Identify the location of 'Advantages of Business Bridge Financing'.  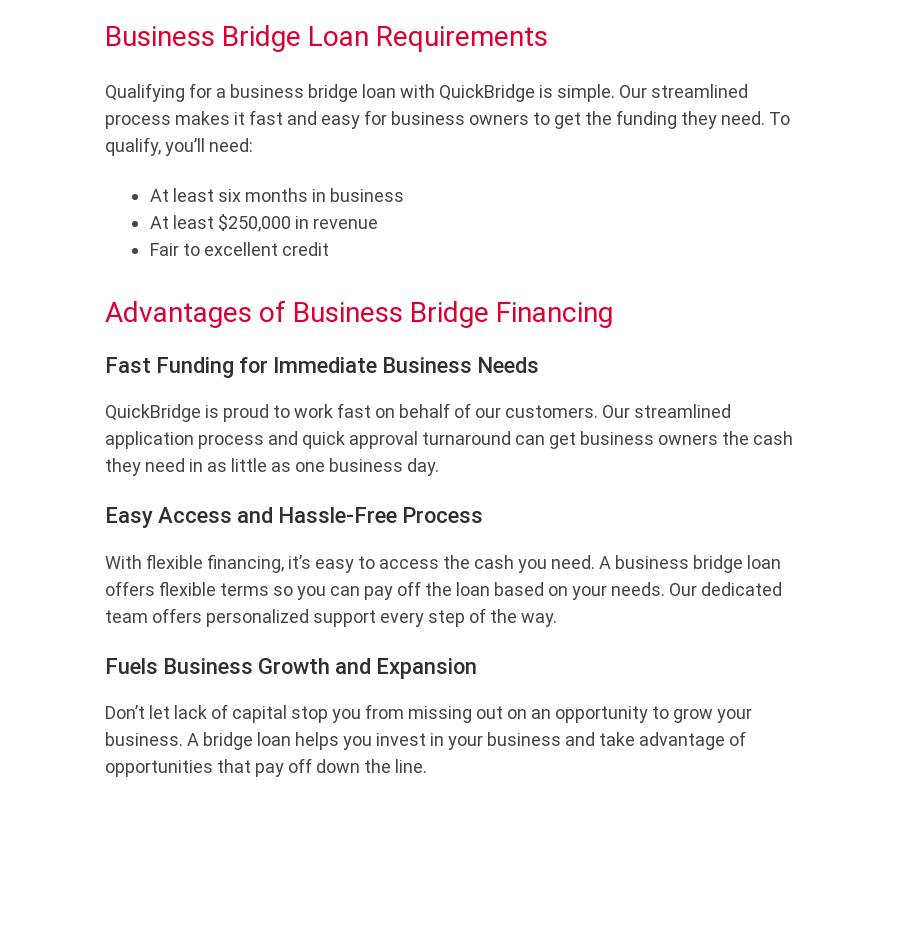
(357, 312).